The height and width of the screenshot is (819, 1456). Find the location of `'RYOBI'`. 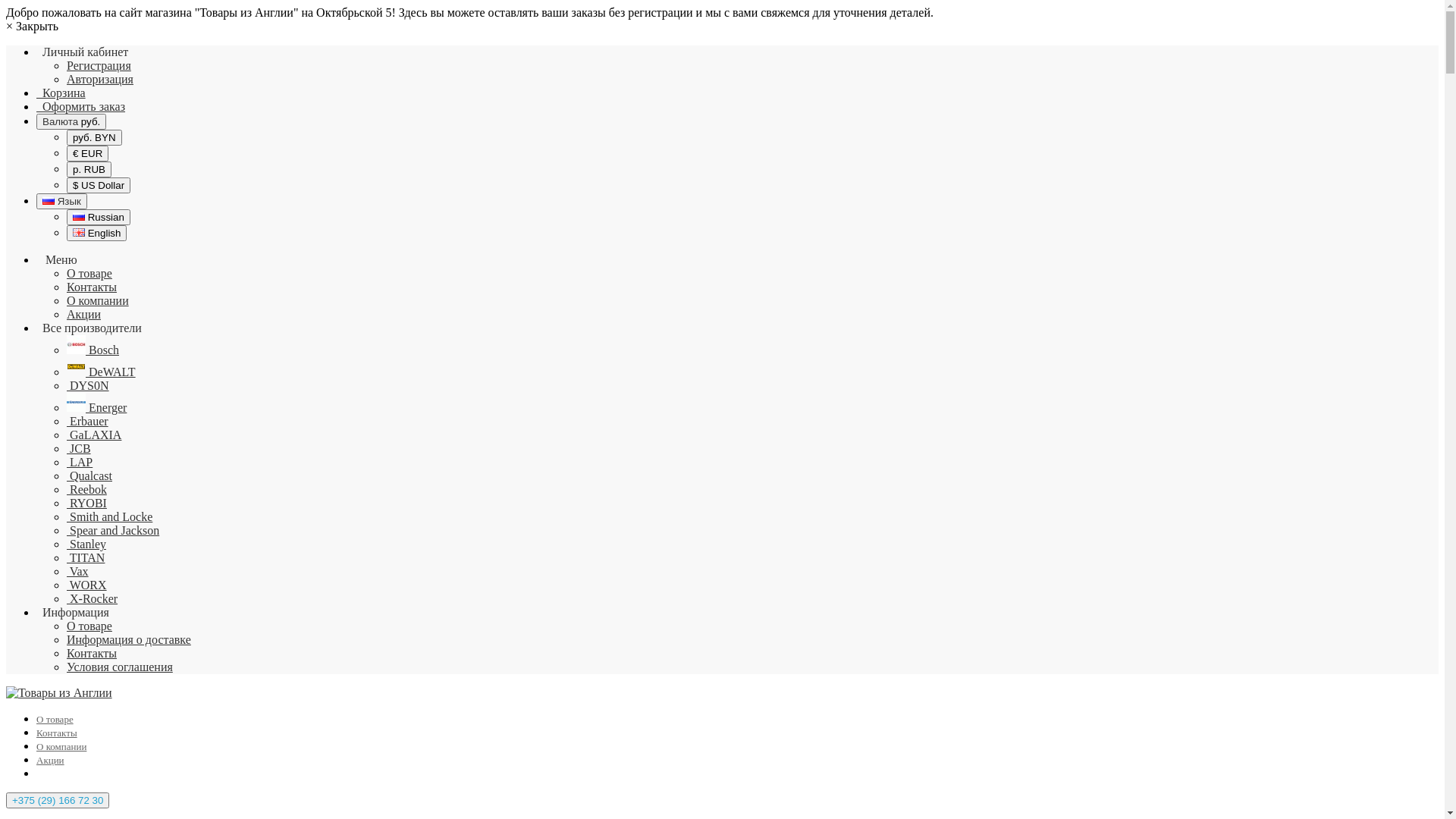

'RYOBI' is located at coordinates (86, 503).